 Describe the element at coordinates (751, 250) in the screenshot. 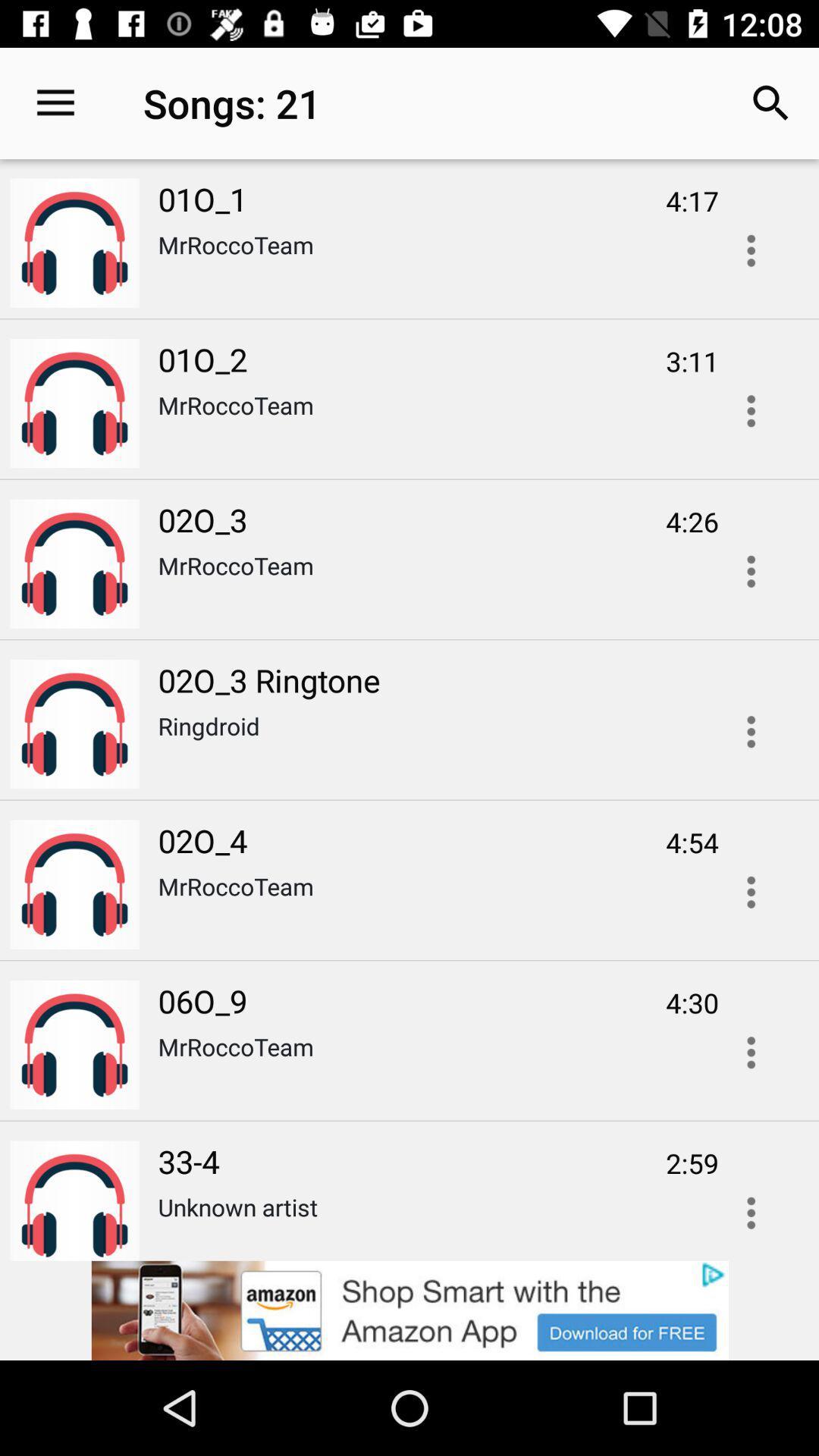

I see `open the side menu` at that location.